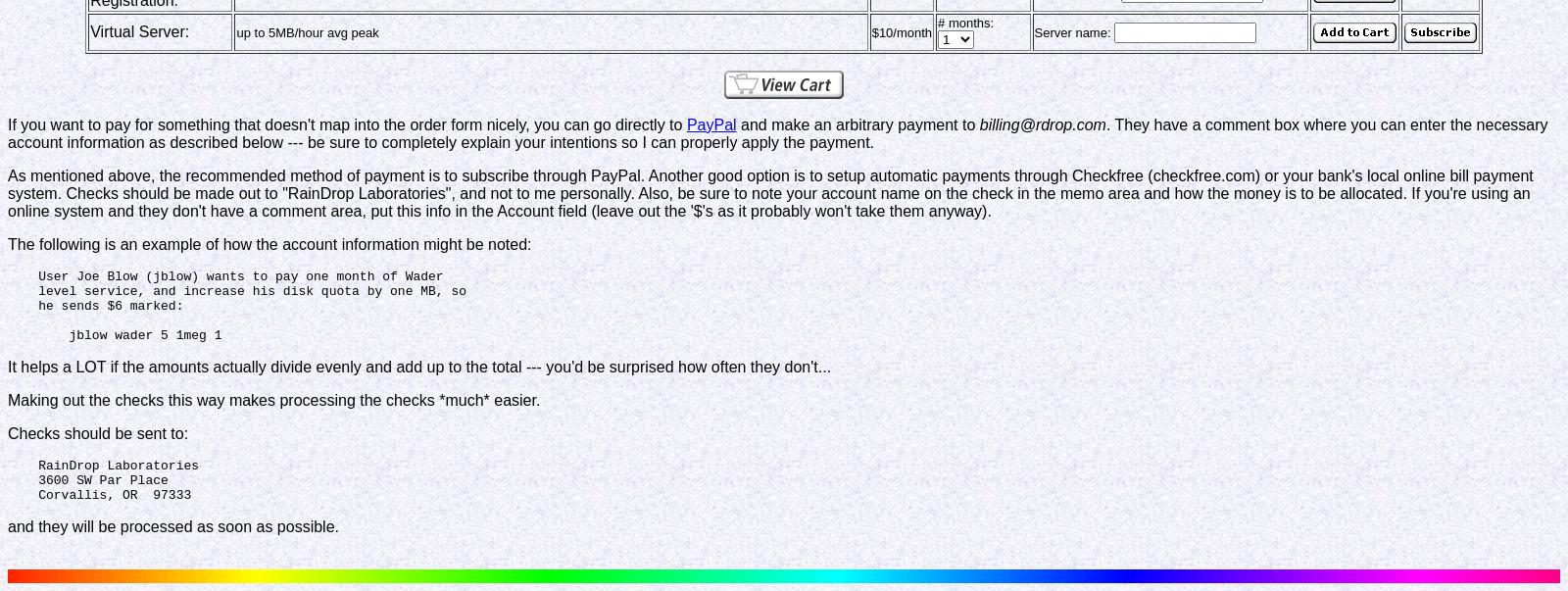  What do you see at coordinates (273, 399) in the screenshot?
I see `'Making out the checks this way makes processing the checks
*much* easier.'` at bounding box center [273, 399].